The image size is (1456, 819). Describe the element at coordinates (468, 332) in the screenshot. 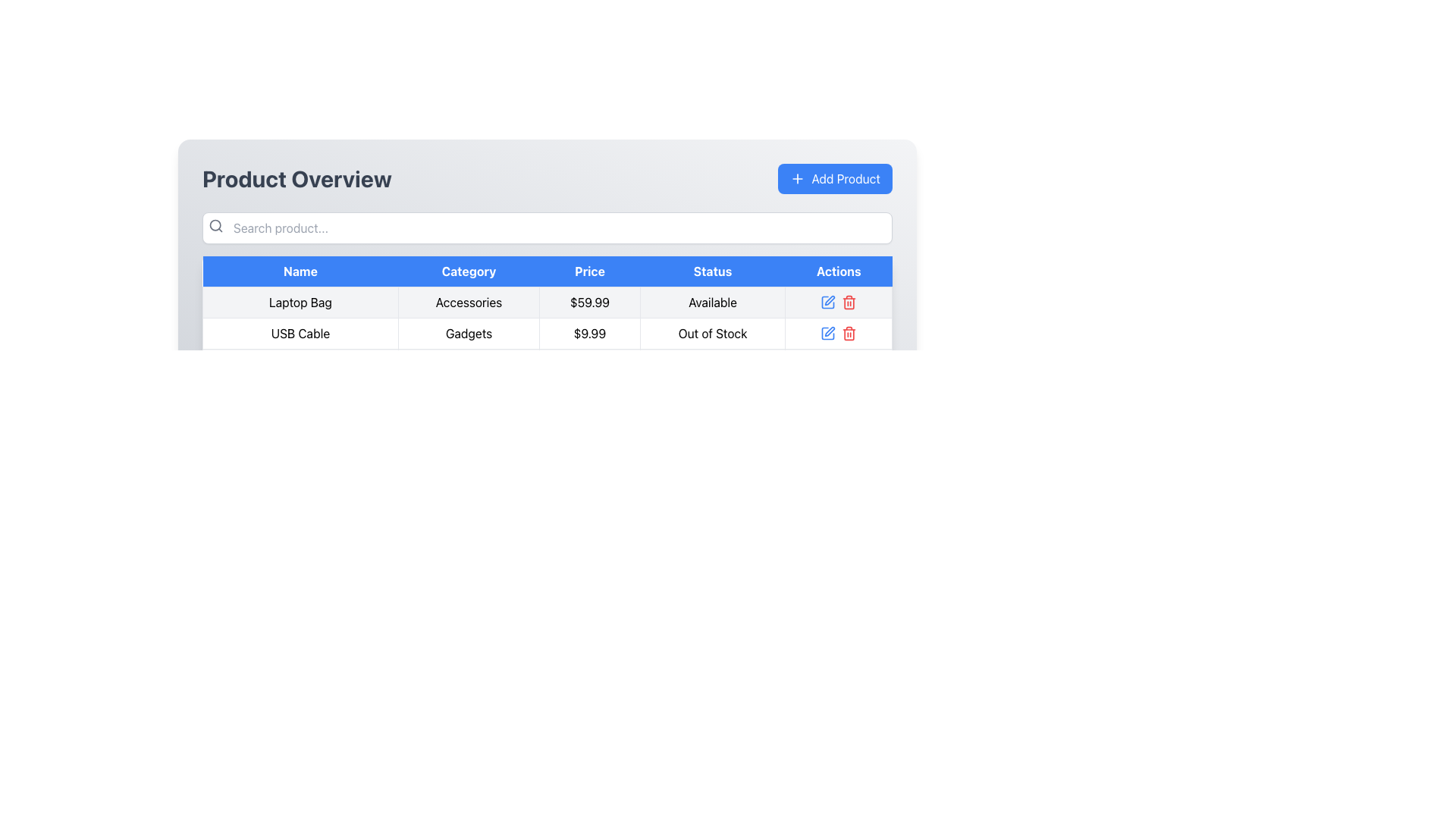

I see `the Text label in the 'Category' column of the table that describes the product 'USB Cable'` at that location.